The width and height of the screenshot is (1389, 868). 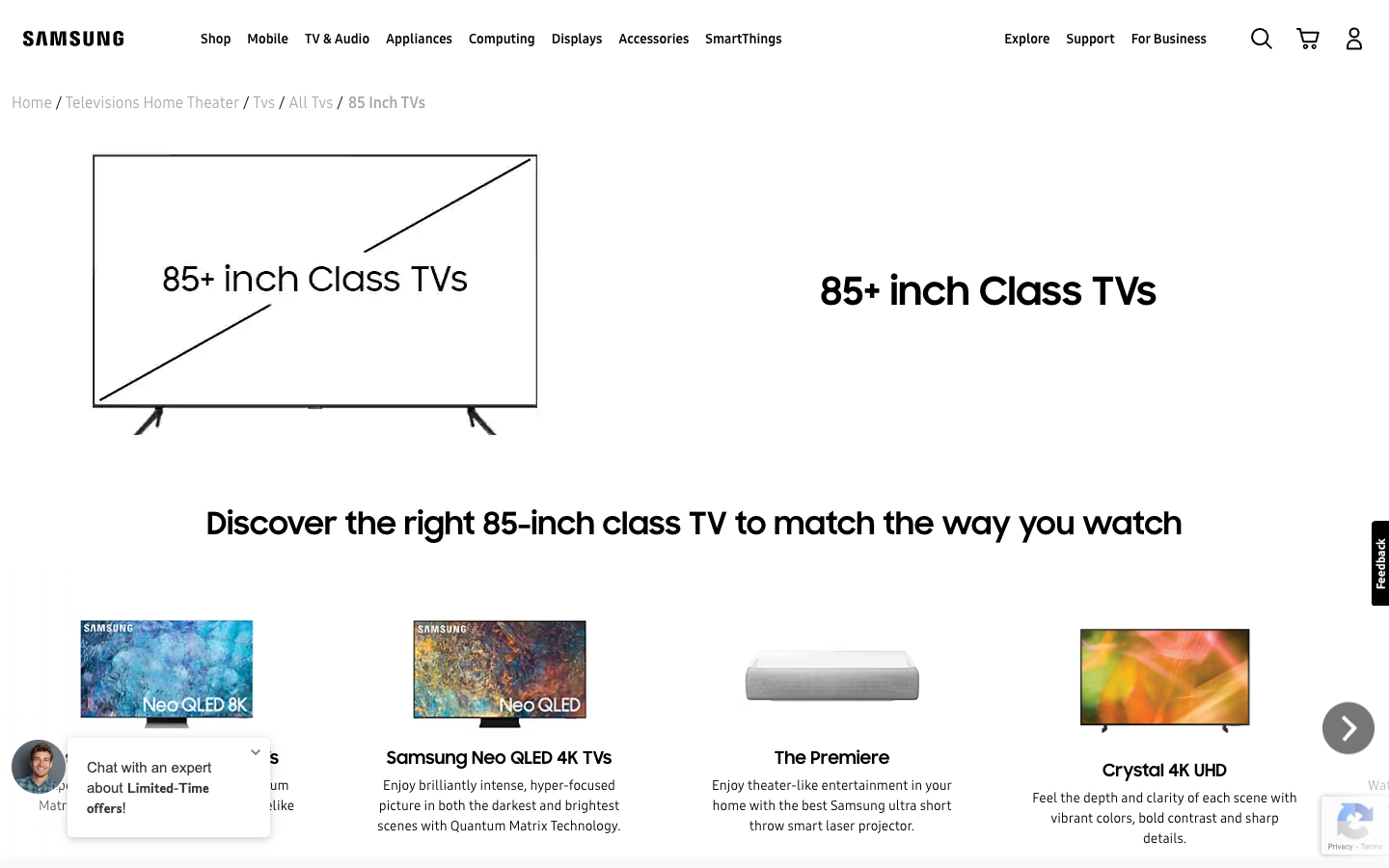 What do you see at coordinates (742, 37) in the screenshot?
I see `Visit and select the SmartThings option from the main menu` at bounding box center [742, 37].